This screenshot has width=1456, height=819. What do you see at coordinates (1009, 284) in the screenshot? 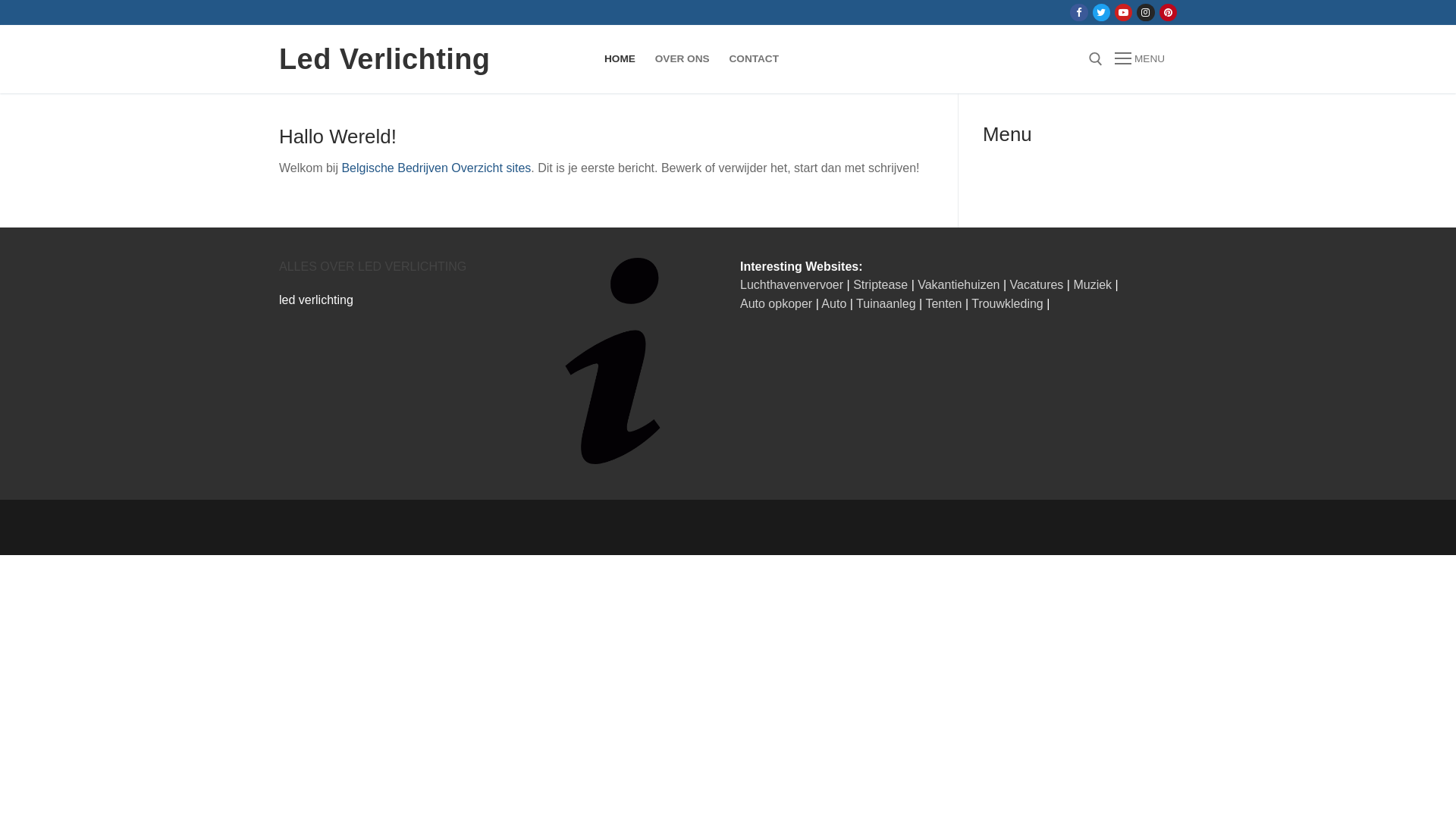
I see `'Vacatures'` at bounding box center [1009, 284].